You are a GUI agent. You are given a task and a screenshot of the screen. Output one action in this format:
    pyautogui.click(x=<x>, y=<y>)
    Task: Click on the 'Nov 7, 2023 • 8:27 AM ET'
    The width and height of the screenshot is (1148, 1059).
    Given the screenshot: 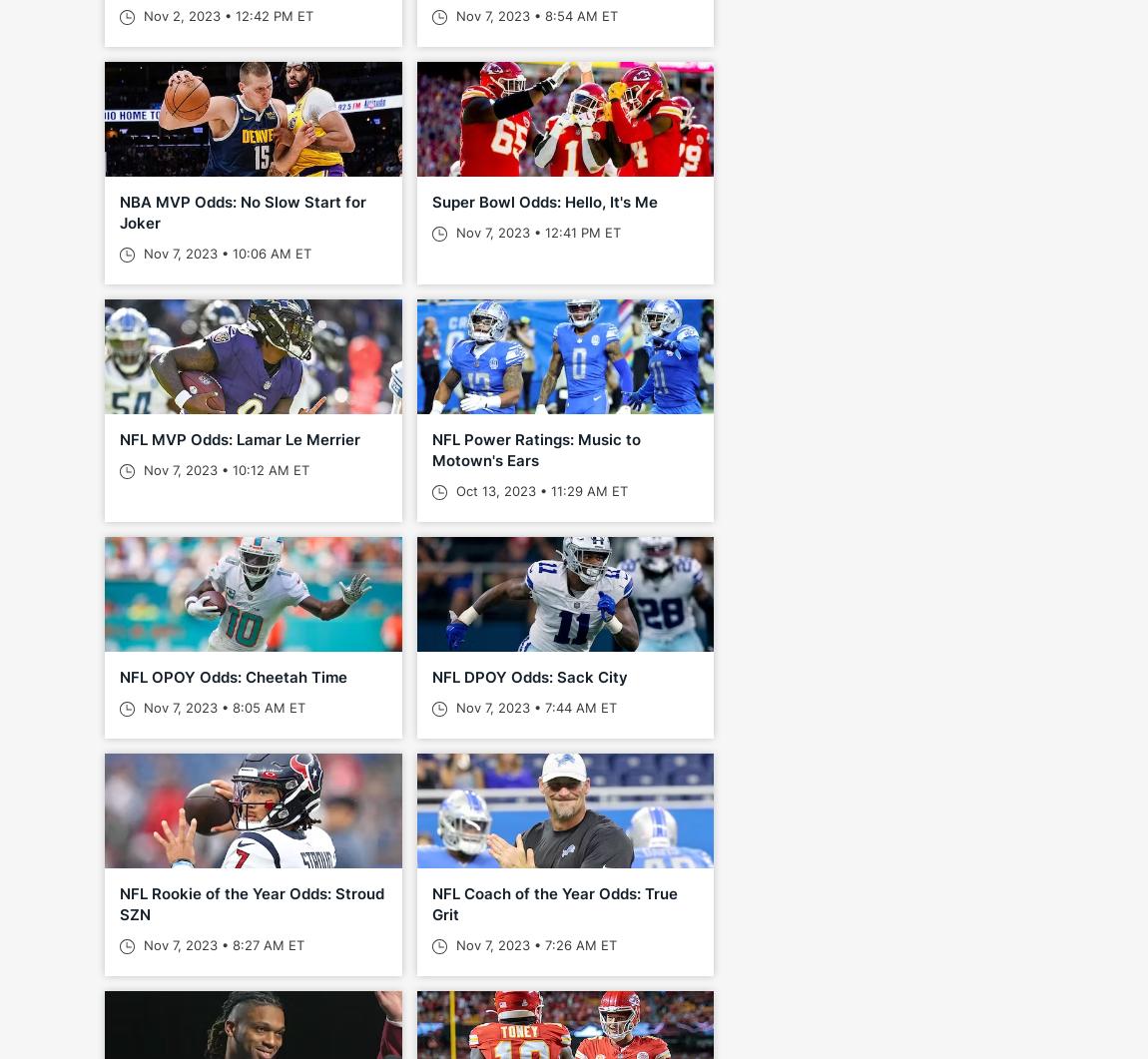 What is the action you would take?
    pyautogui.click(x=221, y=944)
    